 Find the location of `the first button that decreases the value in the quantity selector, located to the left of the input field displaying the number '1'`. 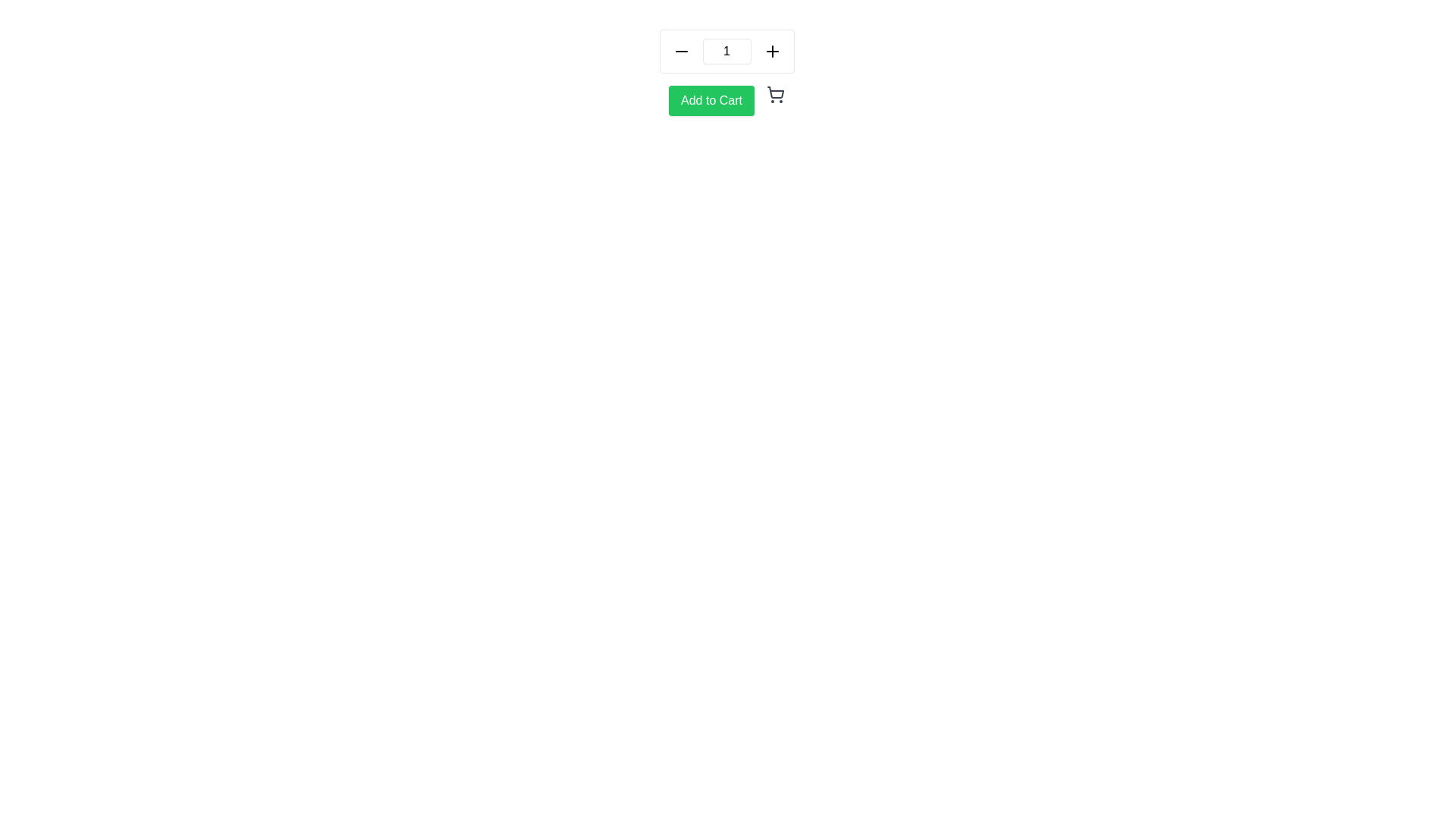

the first button that decreases the value in the quantity selector, located to the left of the input field displaying the number '1' is located at coordinates (680, 51).